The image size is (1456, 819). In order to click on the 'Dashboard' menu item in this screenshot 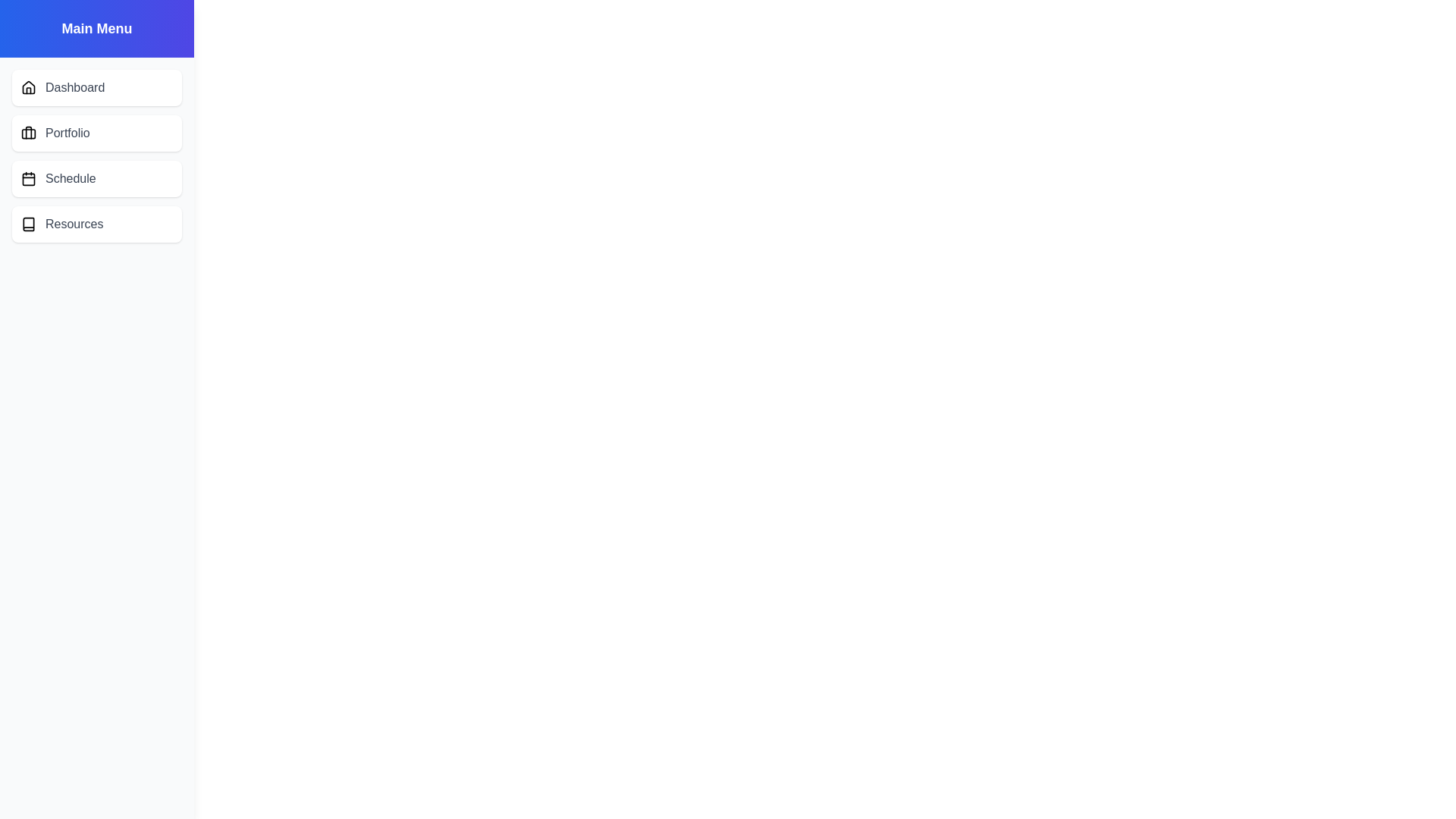, I will do `click(96, 87)`.